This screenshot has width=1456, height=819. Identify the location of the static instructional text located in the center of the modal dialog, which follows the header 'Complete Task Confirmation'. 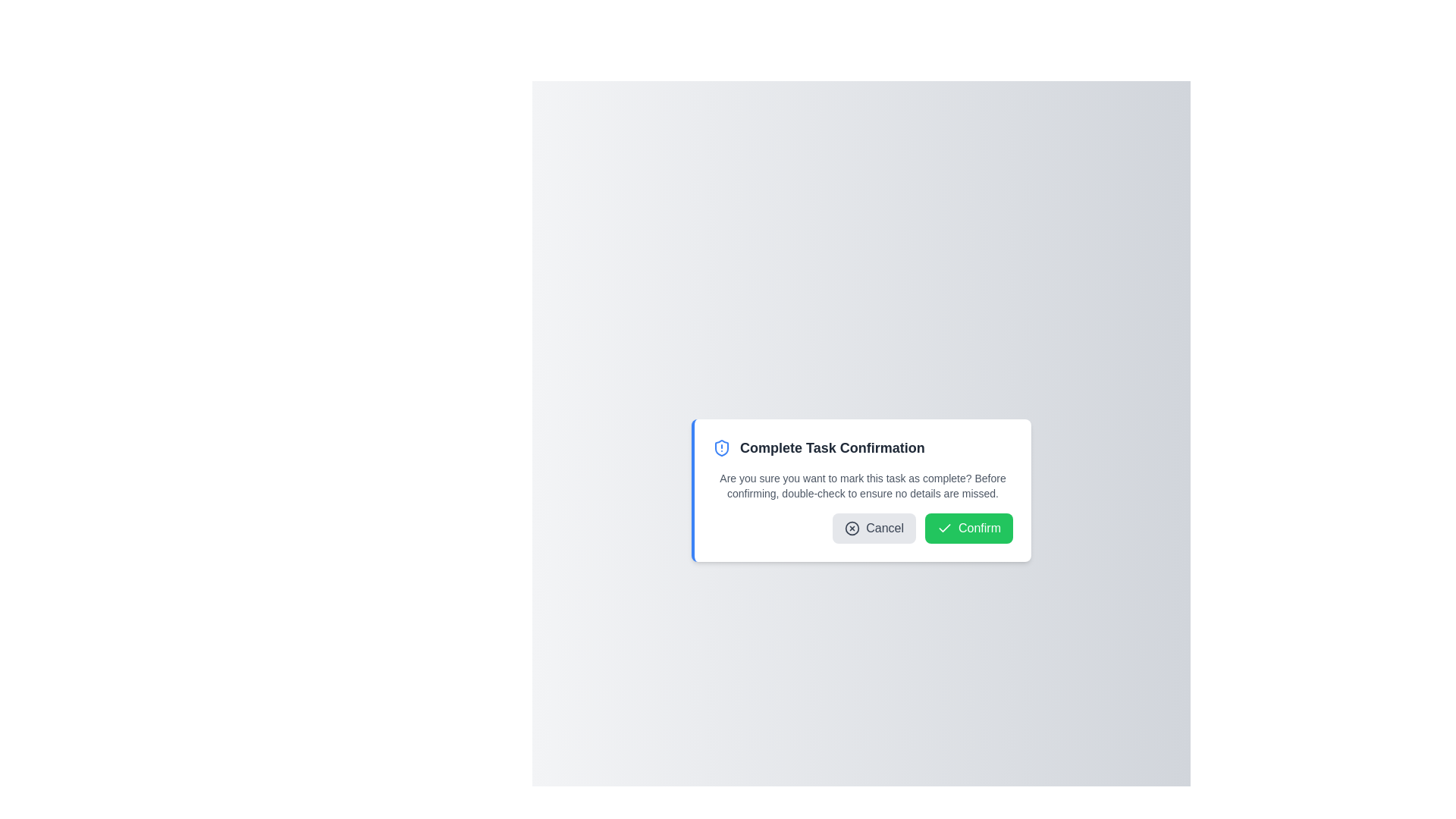
(862, 485).